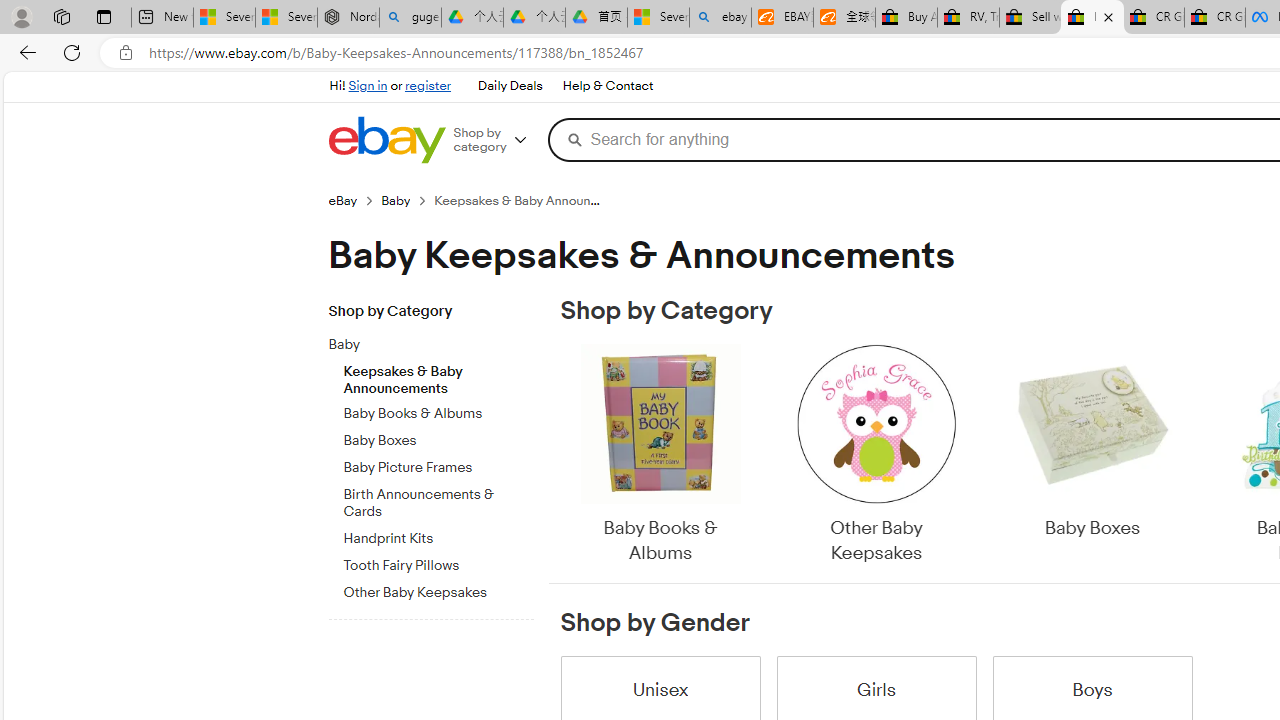 This screenshot has height=720, width=1280. Describe the element at coordinates (605, 85) in the screenshot. I see `'Help & Contact'` at that location.